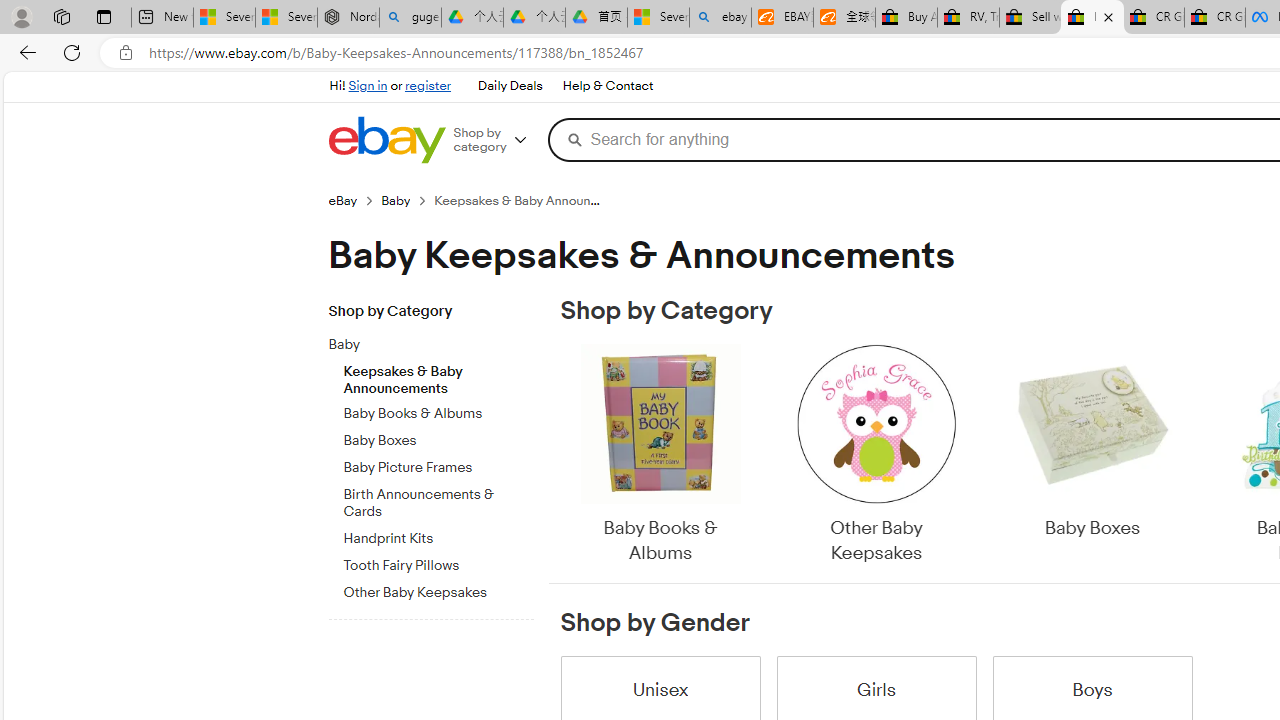 This screenshot has height=720, width=1280. Describe the element at coordinates (605, 85) in the screenshot. I see `'Help & Contact'` at that location.